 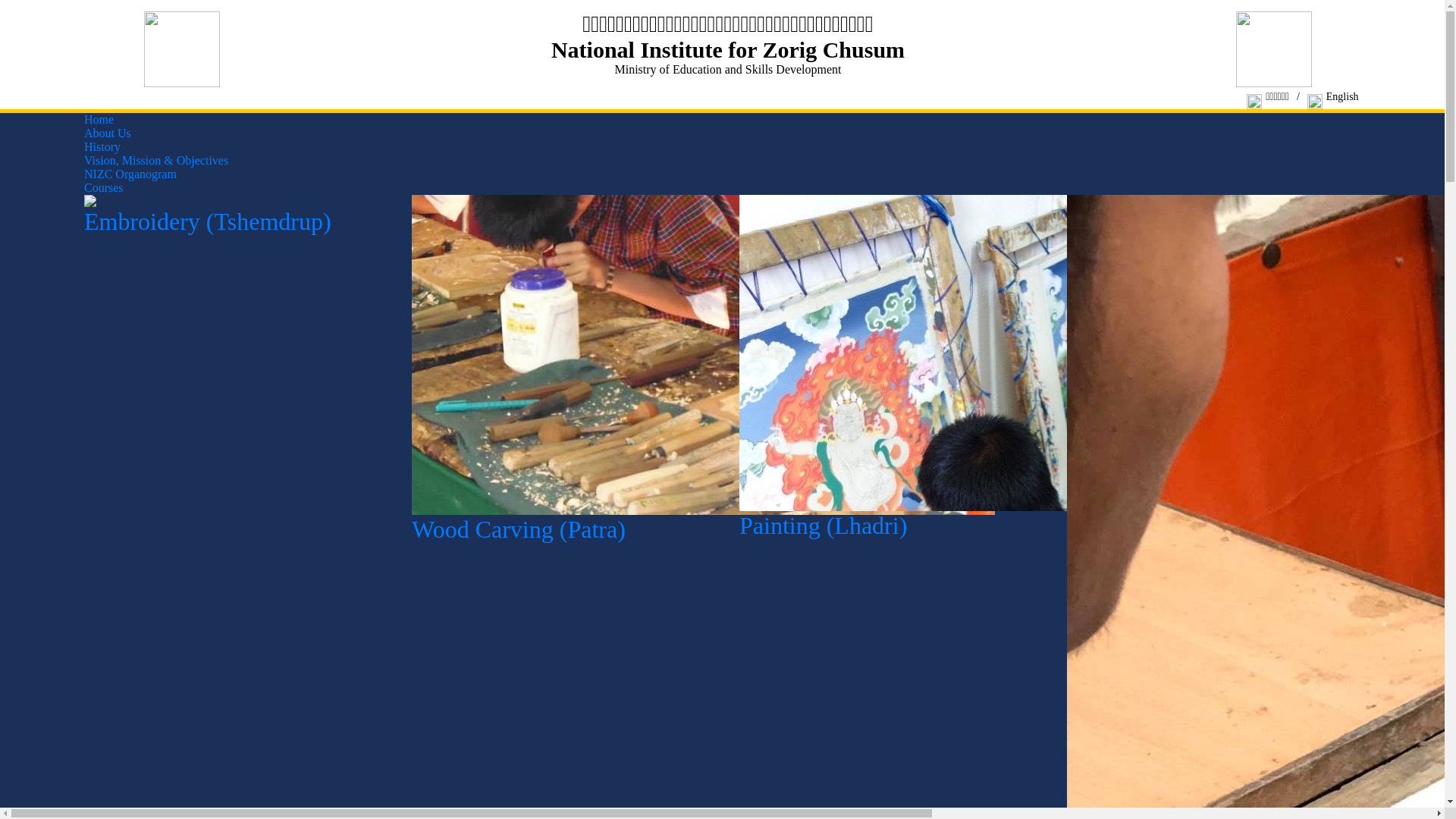 What do you see at coordinates (130, 173) in the screenshot?
I see `'NIZC Organogram'` at bounding box center [130, 173].